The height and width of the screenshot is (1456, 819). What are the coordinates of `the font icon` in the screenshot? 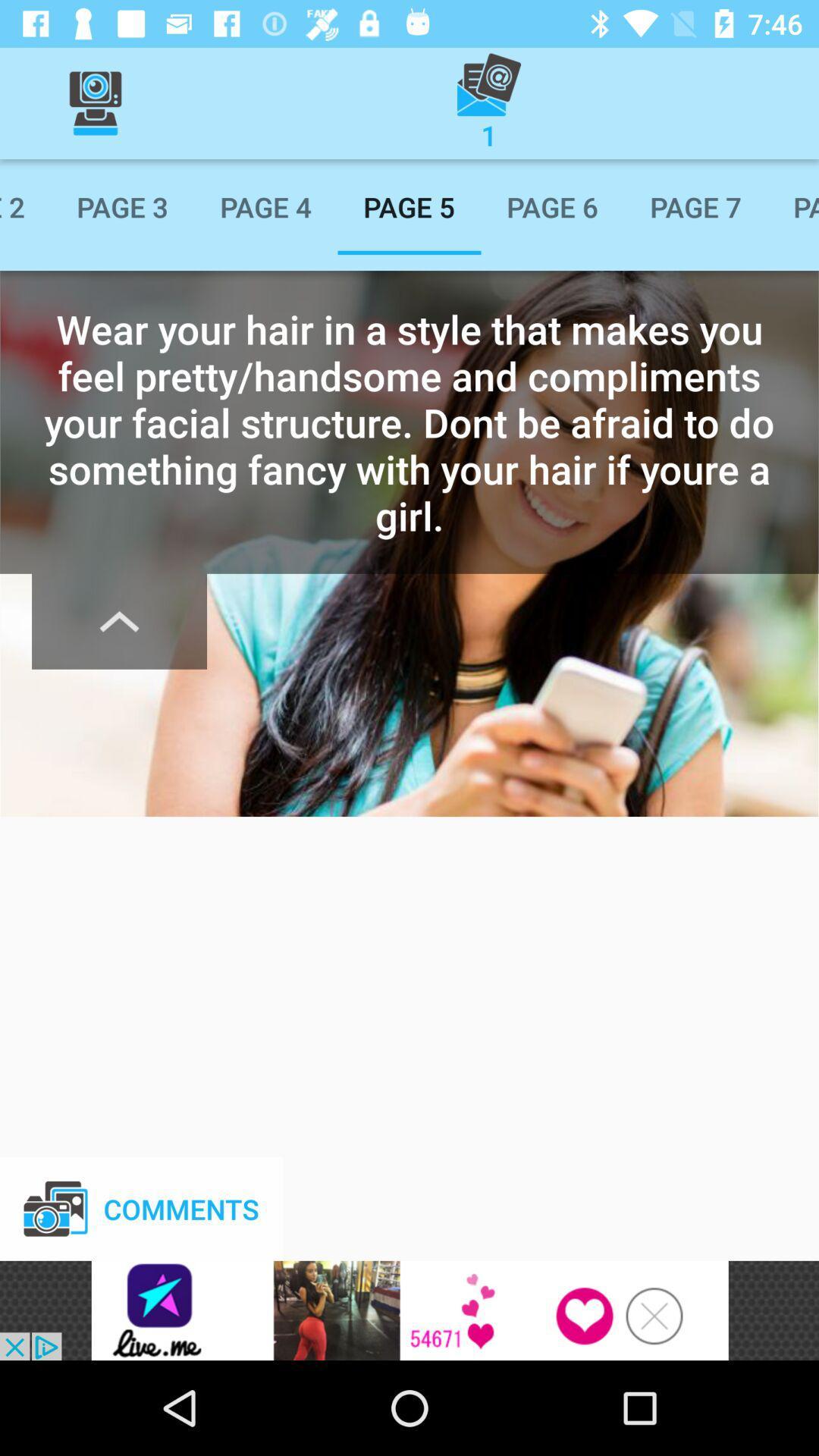 It's located at (118, 621).